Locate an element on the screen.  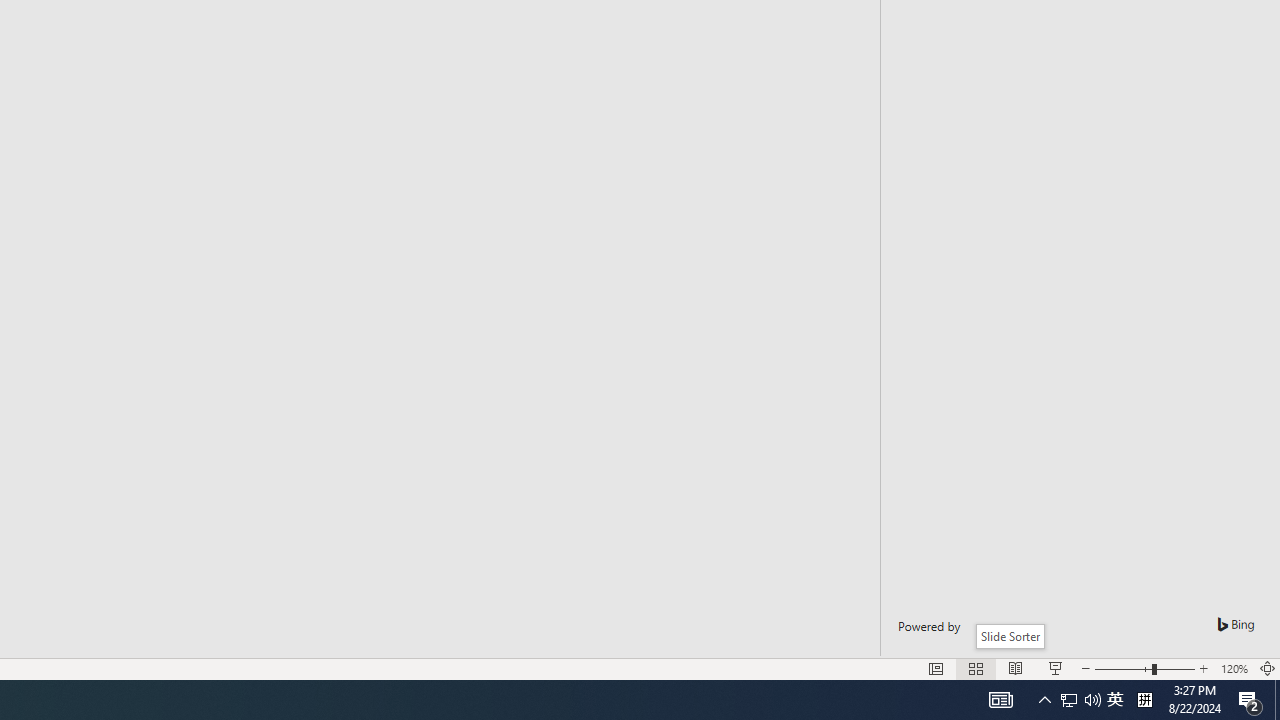
'Slide Sorter' is located at coordinates (1009, 636).